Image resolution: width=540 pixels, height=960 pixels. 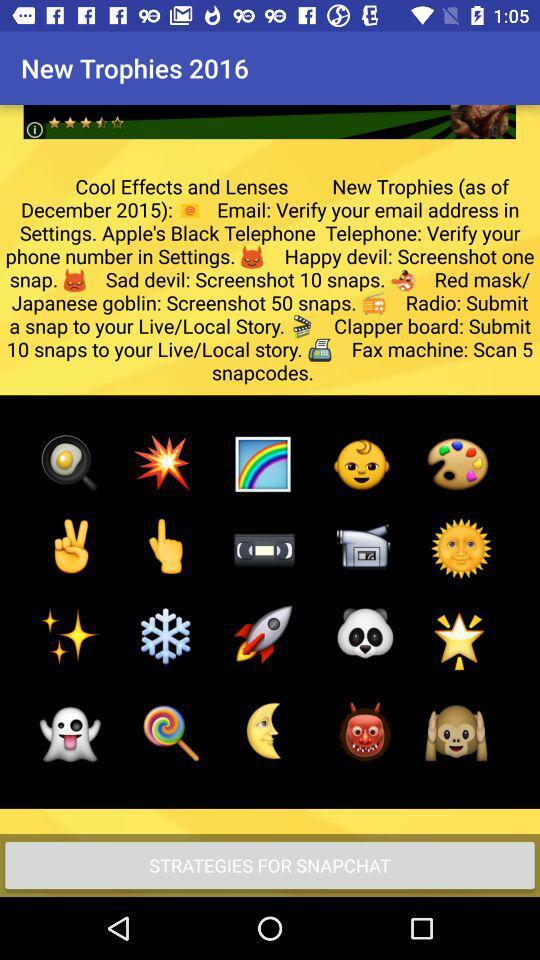 What do you see at coordinates (269, 106) in the screenshot?
I see `opens advertisement link` at bounding box center [269, 106].